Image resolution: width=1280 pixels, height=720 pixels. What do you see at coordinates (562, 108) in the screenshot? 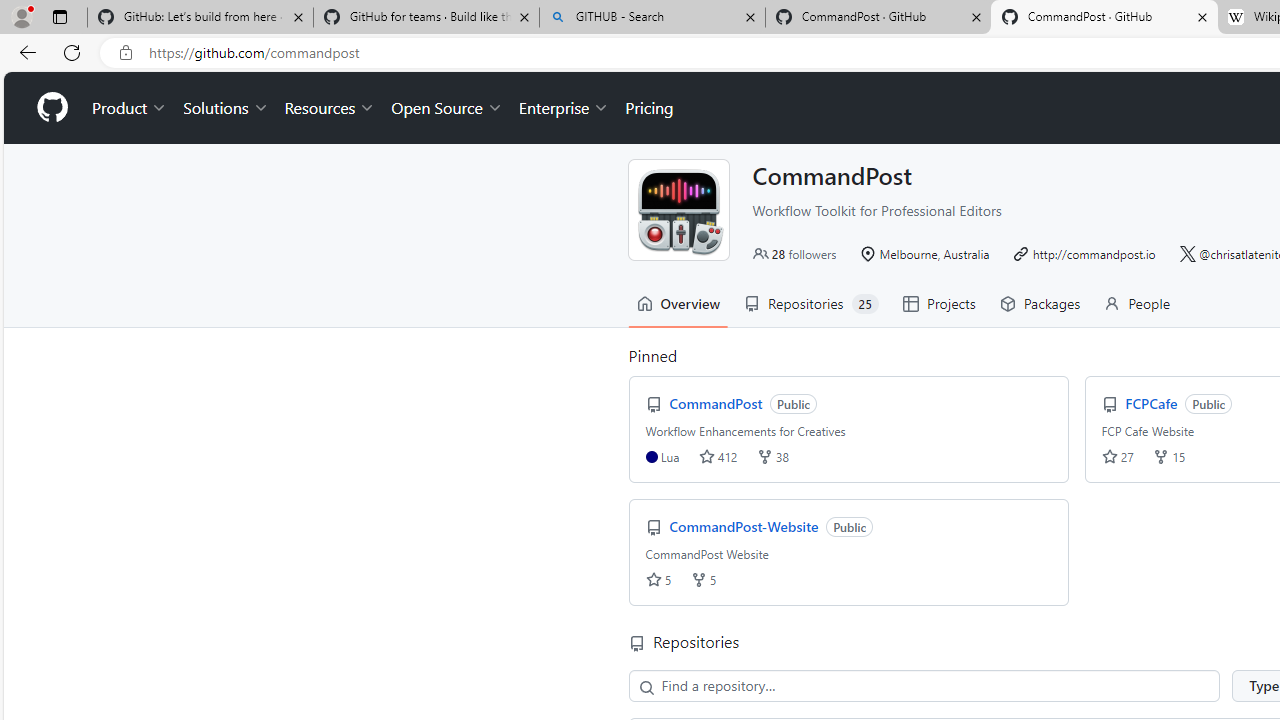
I see `'Enterprise'` at bounding box center [562, 108].